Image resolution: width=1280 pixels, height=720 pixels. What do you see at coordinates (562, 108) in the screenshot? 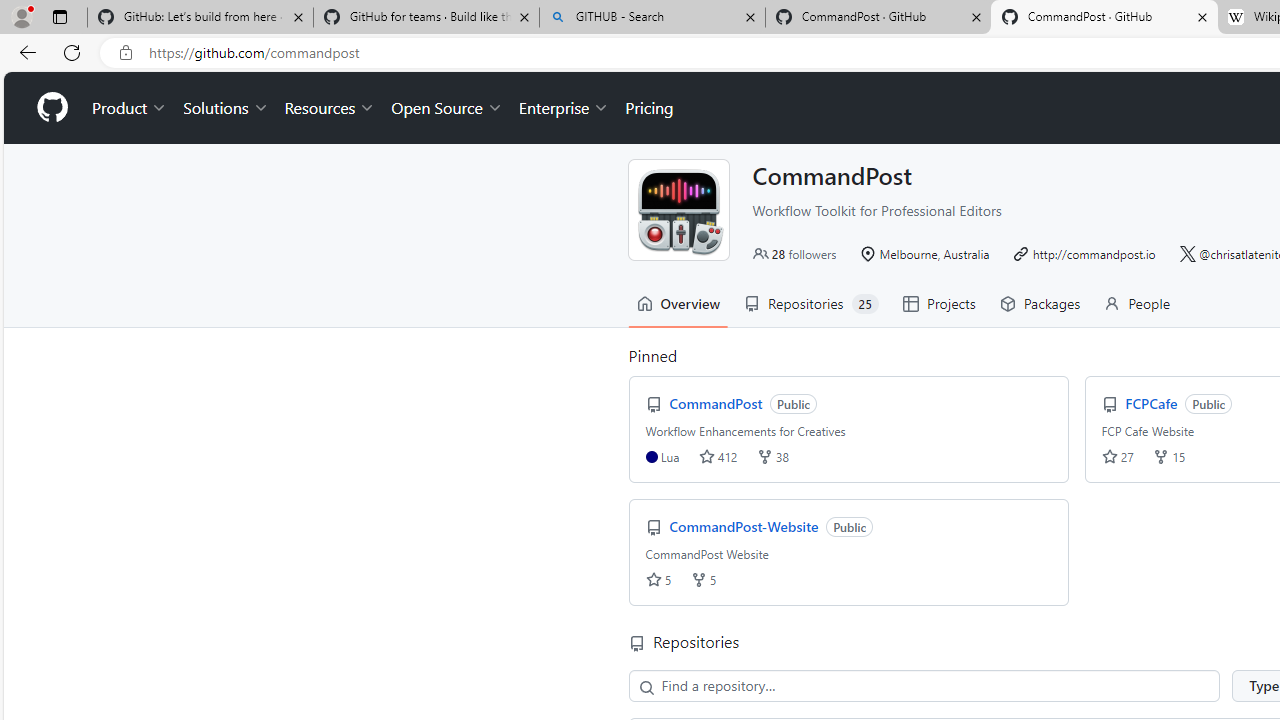
I see `'Enterprise'` at bounding box center [562, 108].